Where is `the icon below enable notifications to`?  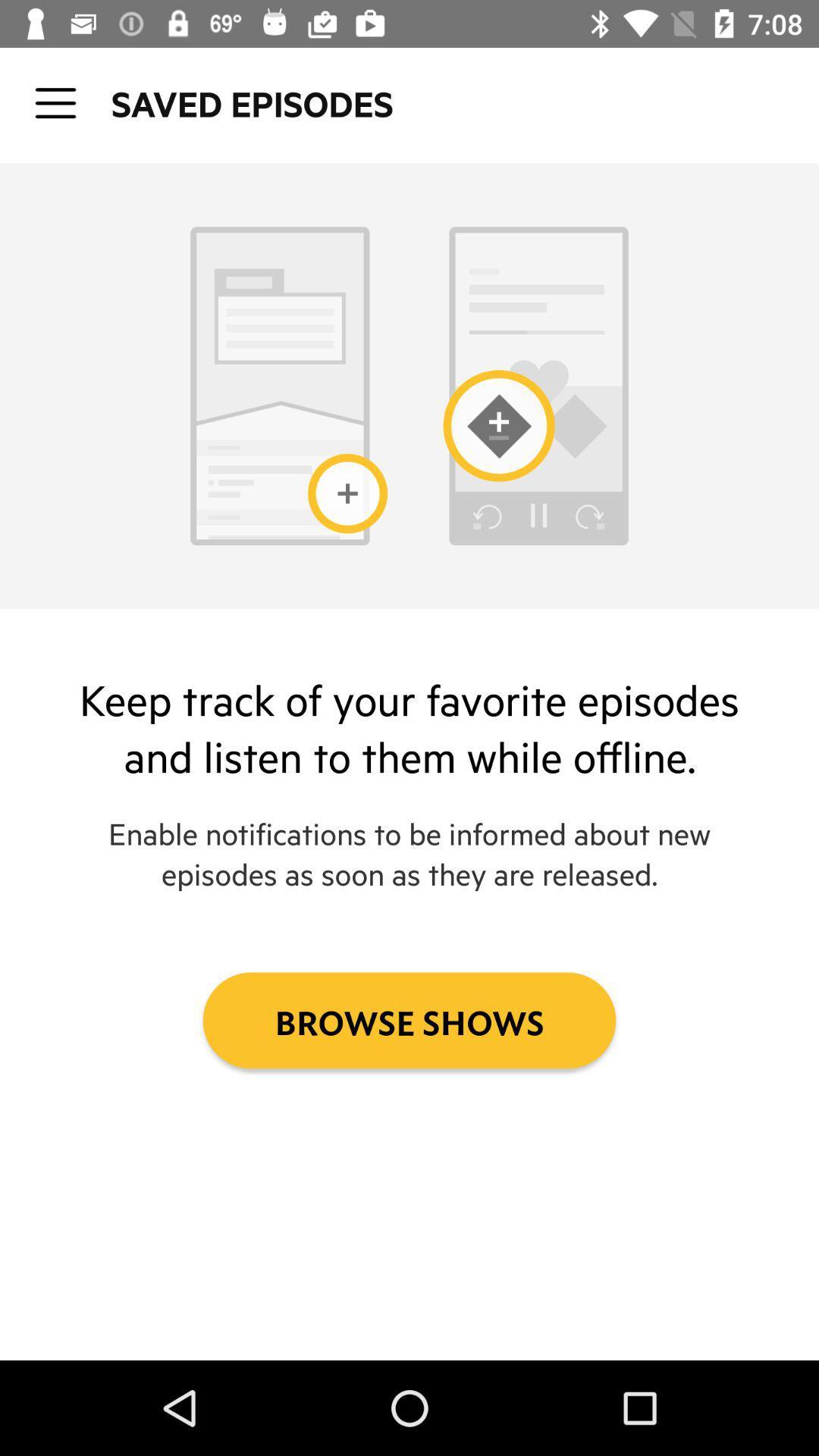 the icon below enable notifications to is located at coordinates (409, 1020).